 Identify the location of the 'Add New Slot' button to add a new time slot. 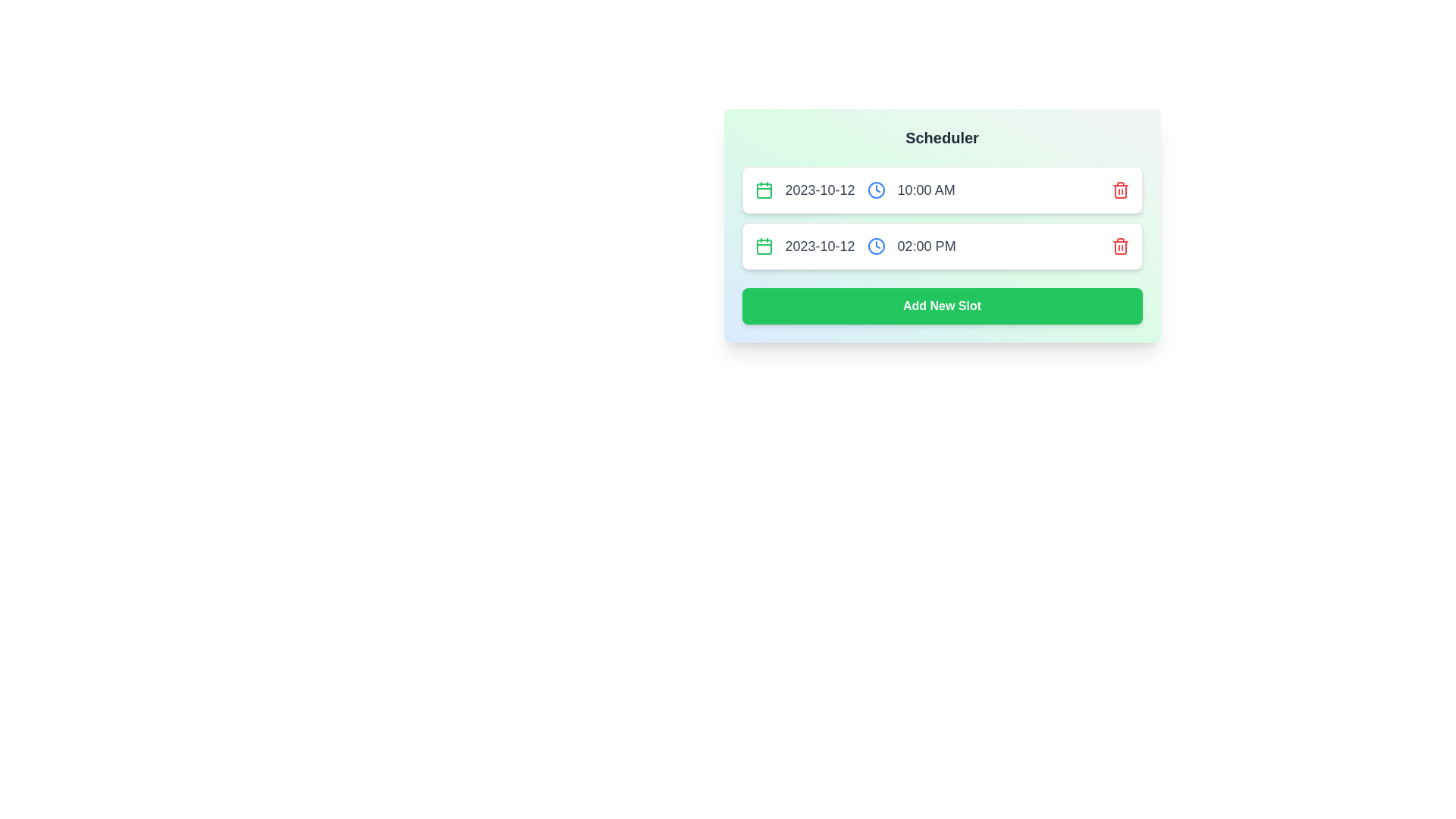
(941, 306).